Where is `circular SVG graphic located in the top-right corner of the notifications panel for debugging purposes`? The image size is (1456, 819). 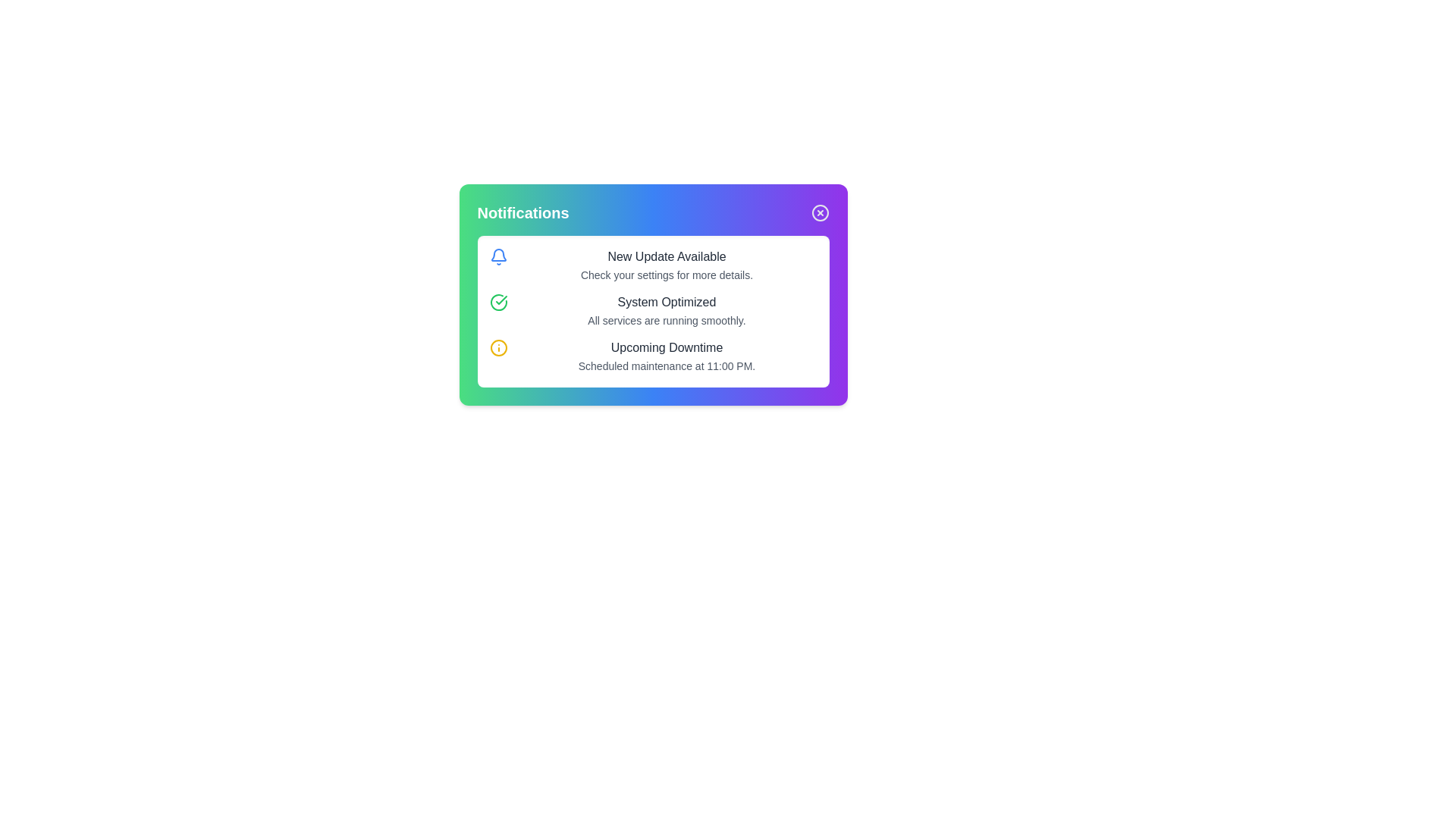
circular SVG graphic located in the top-right corner of the notifications panel for debugging purposes is located at coordinates (819, 213).